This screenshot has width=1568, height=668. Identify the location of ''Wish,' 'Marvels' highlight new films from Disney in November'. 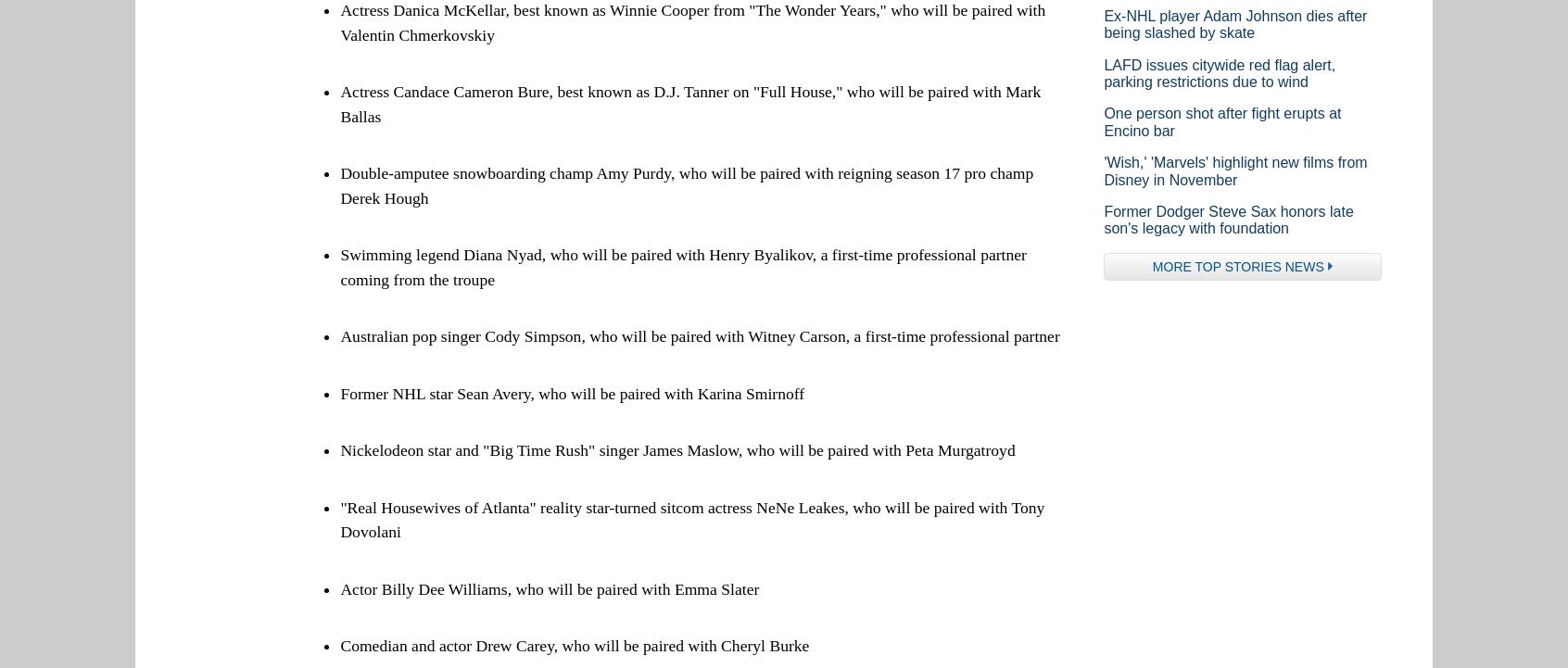
(1102, 170).